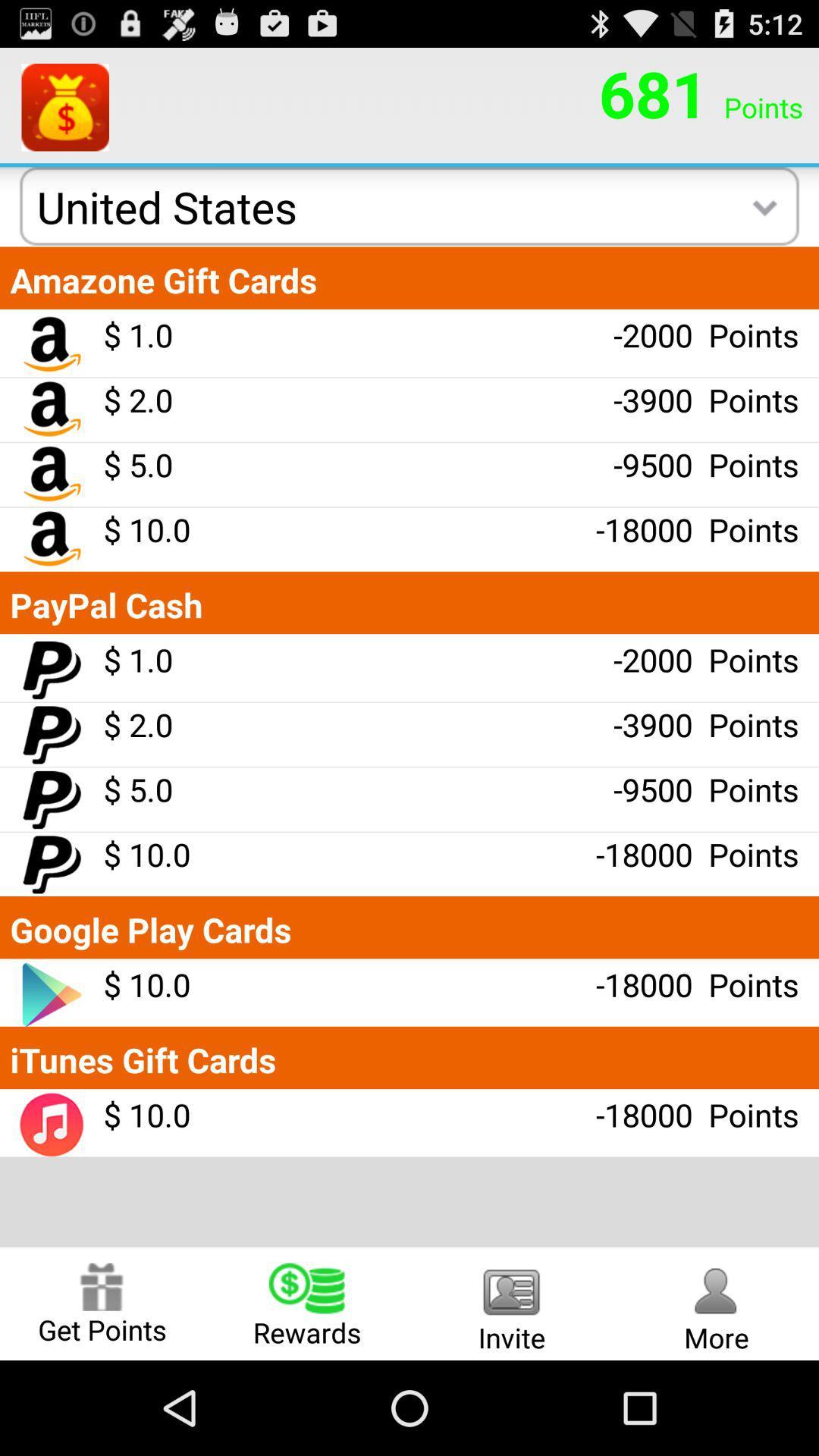 This screenshot has height=1456, width=819. Describe the element at coordinates (717, 1303) in the screenshot. I see `the app below the -18000  points app` at that location.